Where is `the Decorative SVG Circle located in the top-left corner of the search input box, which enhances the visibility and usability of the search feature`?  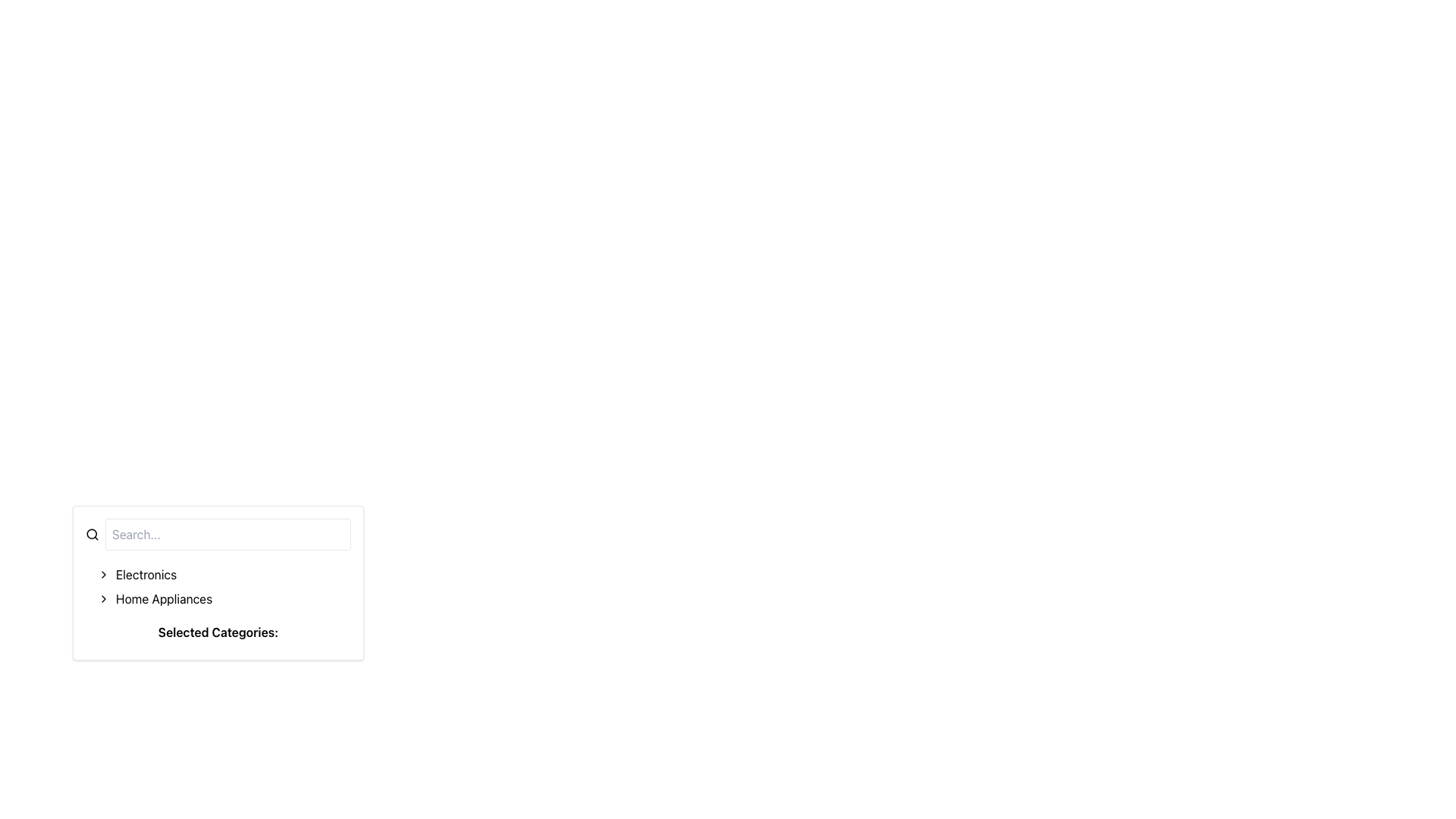
the Decorative SVG Circle located in the top-left corner of the search input box, which enhances the visibility and usability of the search feature is located at coordinates (91, 533).